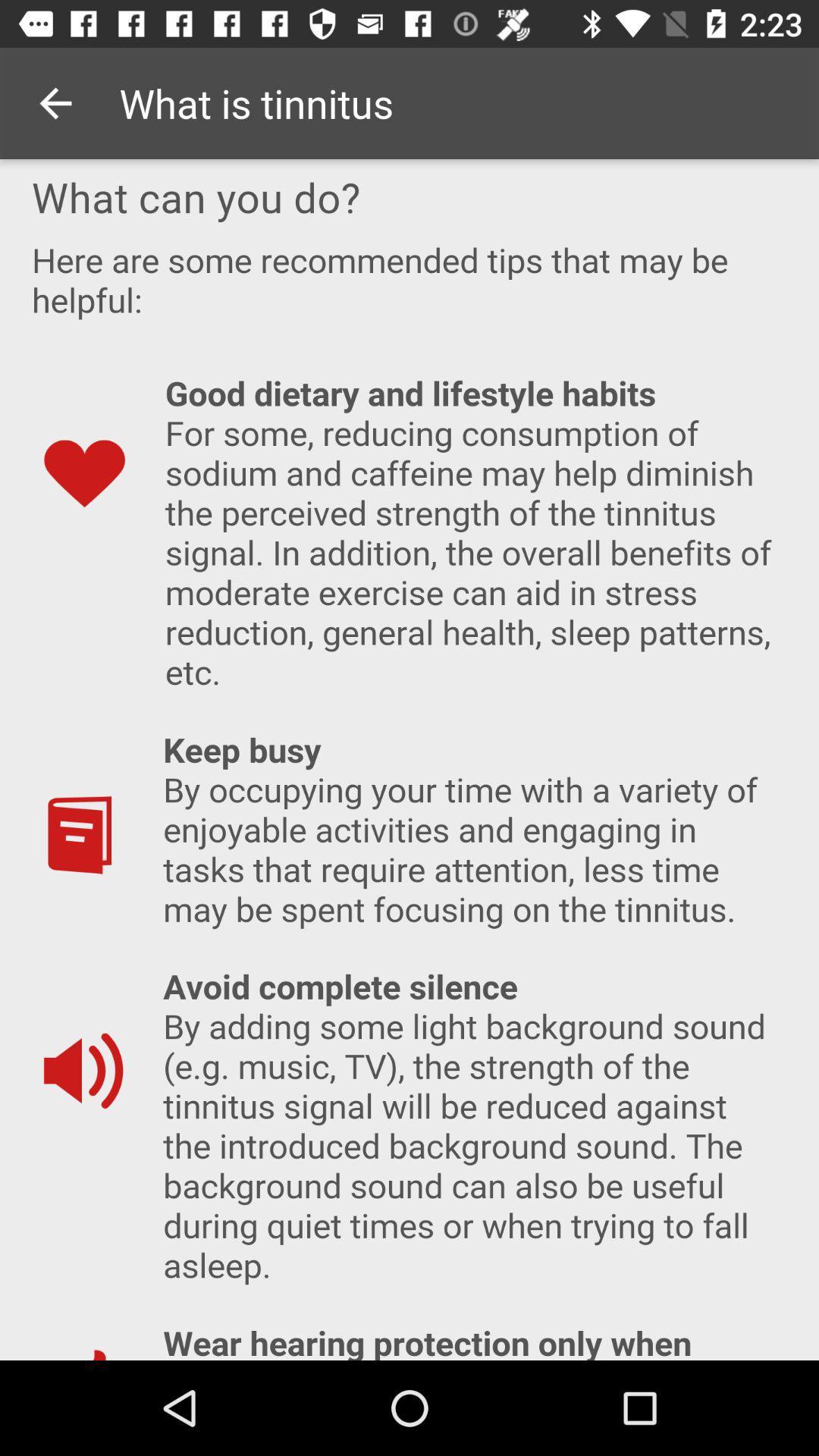 The image size is (819, 1456). I want to click on description, so click(409, 760).